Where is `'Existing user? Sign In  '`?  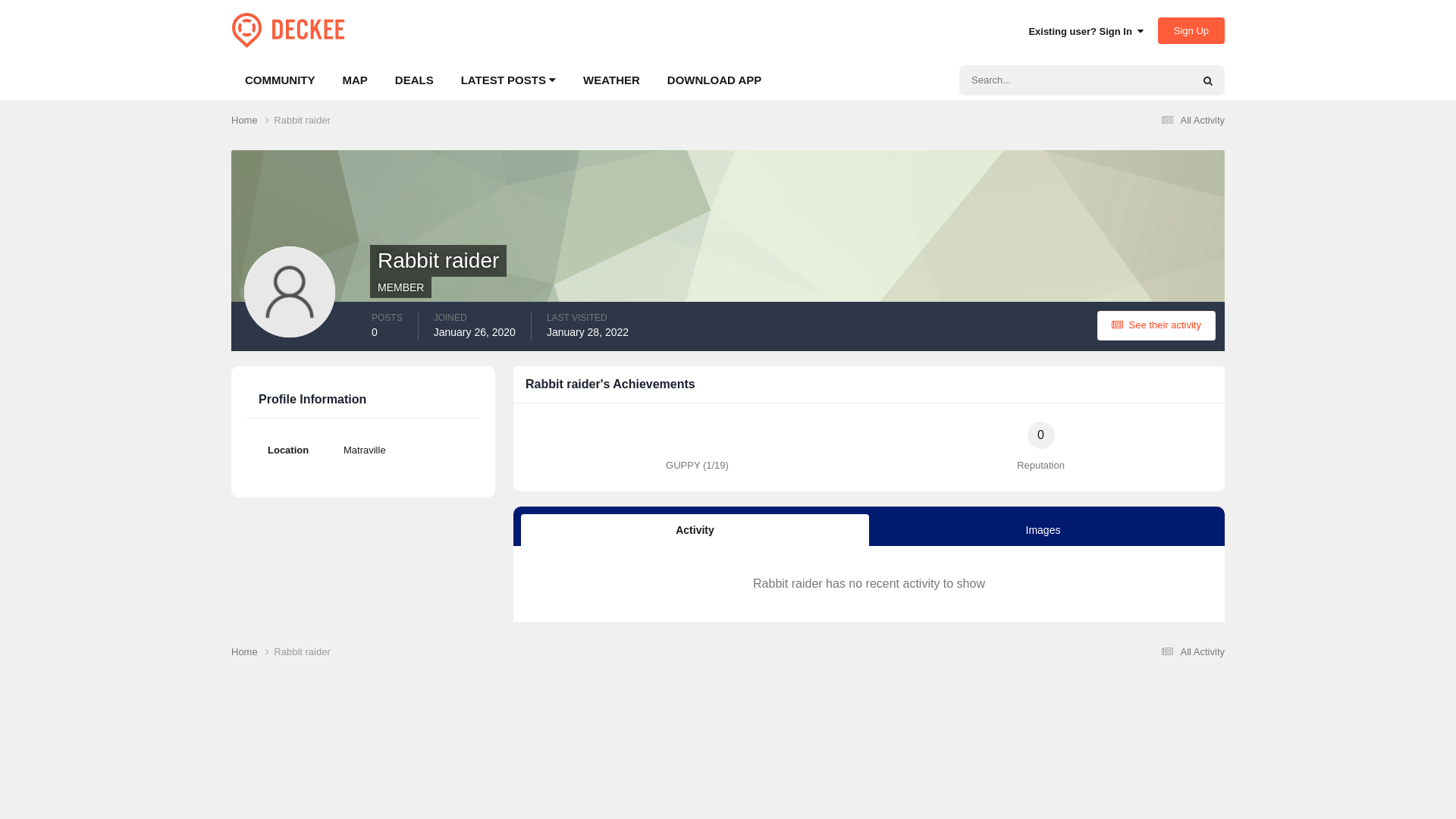 'Existing user? Sign In  ' is located at coordinates (1028, 31).